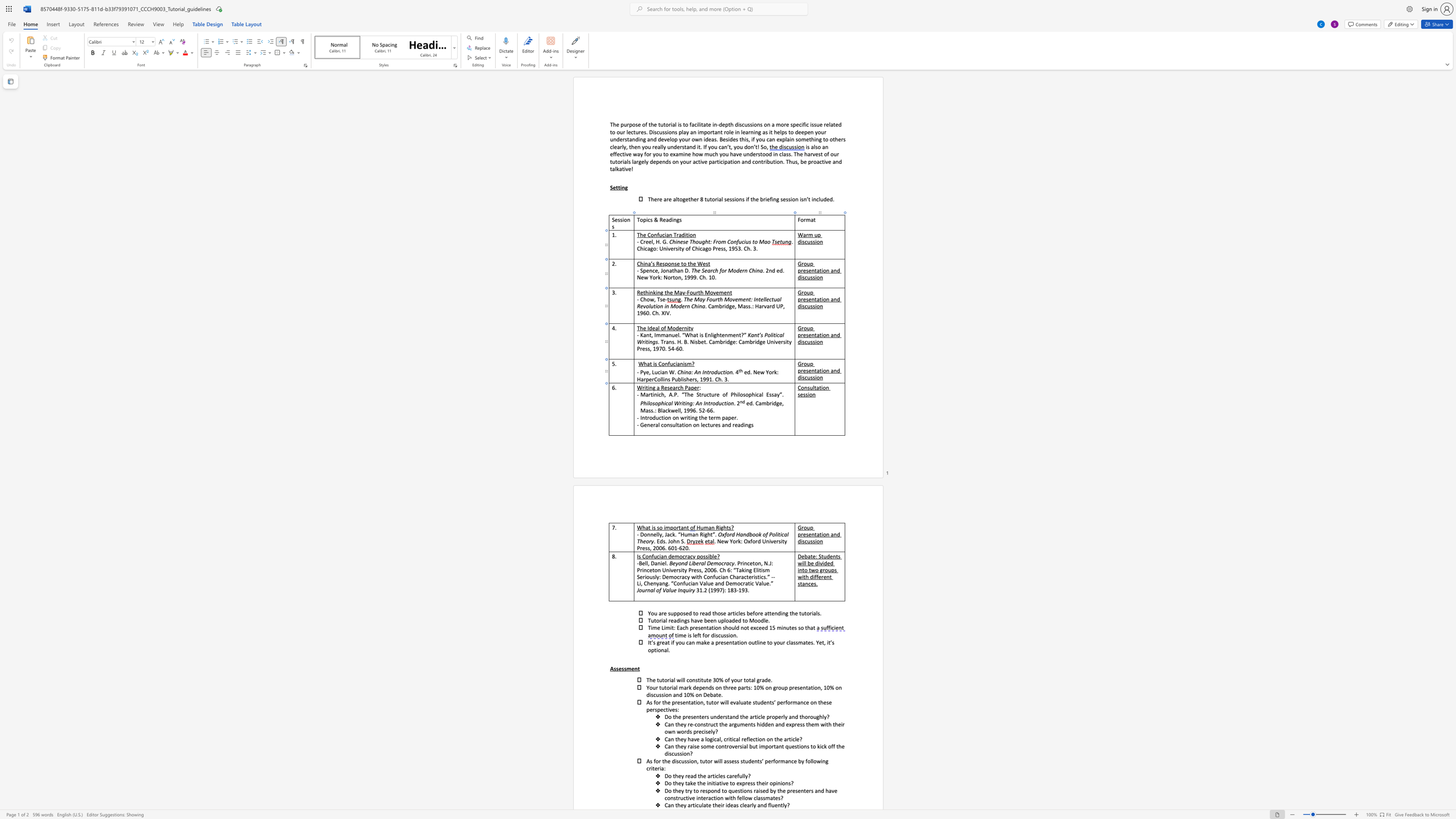 This screenshot has width=1456, height=819. Describe the element at coordinates (816, 370) in the screenshot. I see `the 1th character "t" in the text` at that location.